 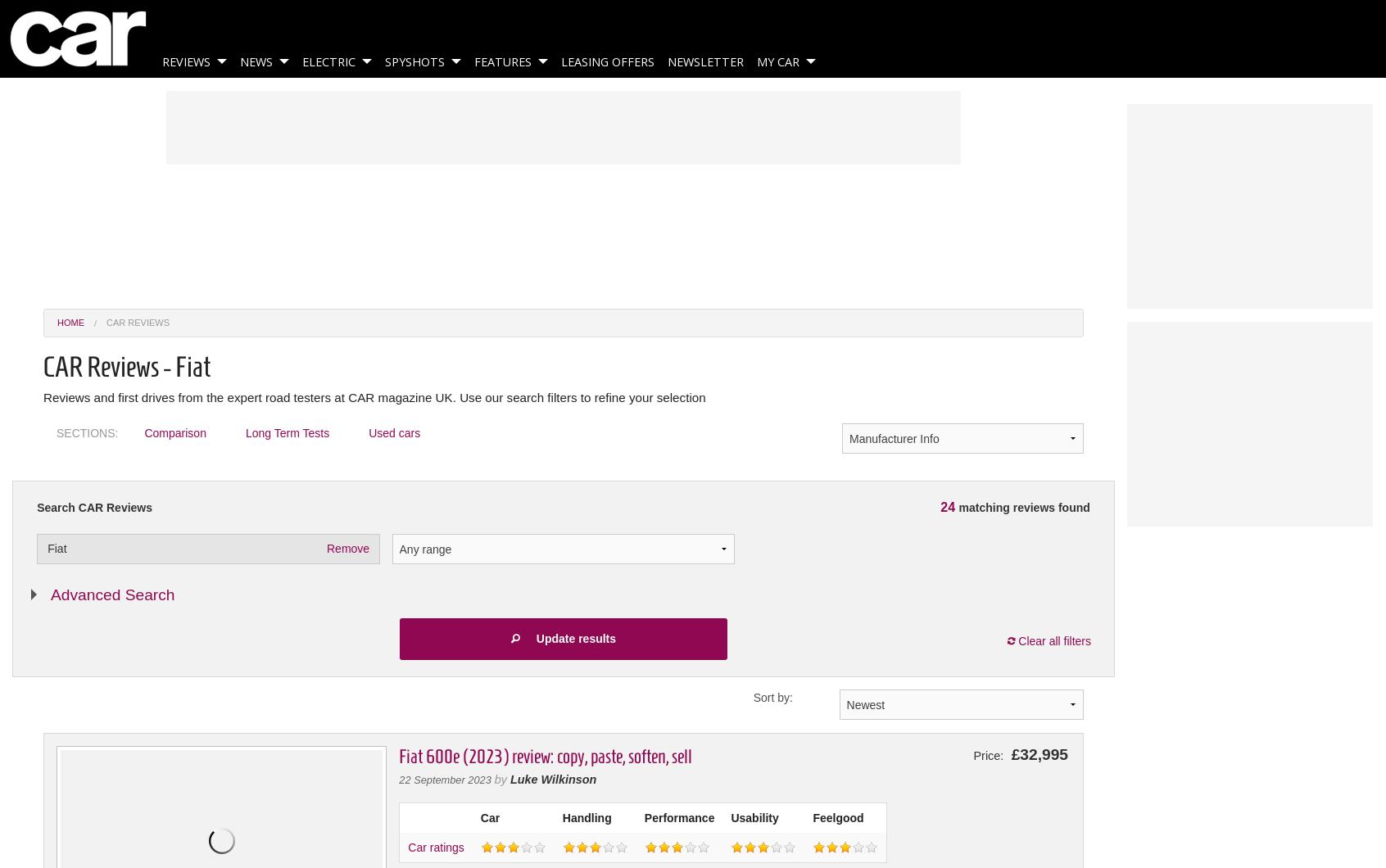 What do you see at coordinates (586, 816) in the screenshot?
I see `'Handling'` at bounding box center [586, 816].